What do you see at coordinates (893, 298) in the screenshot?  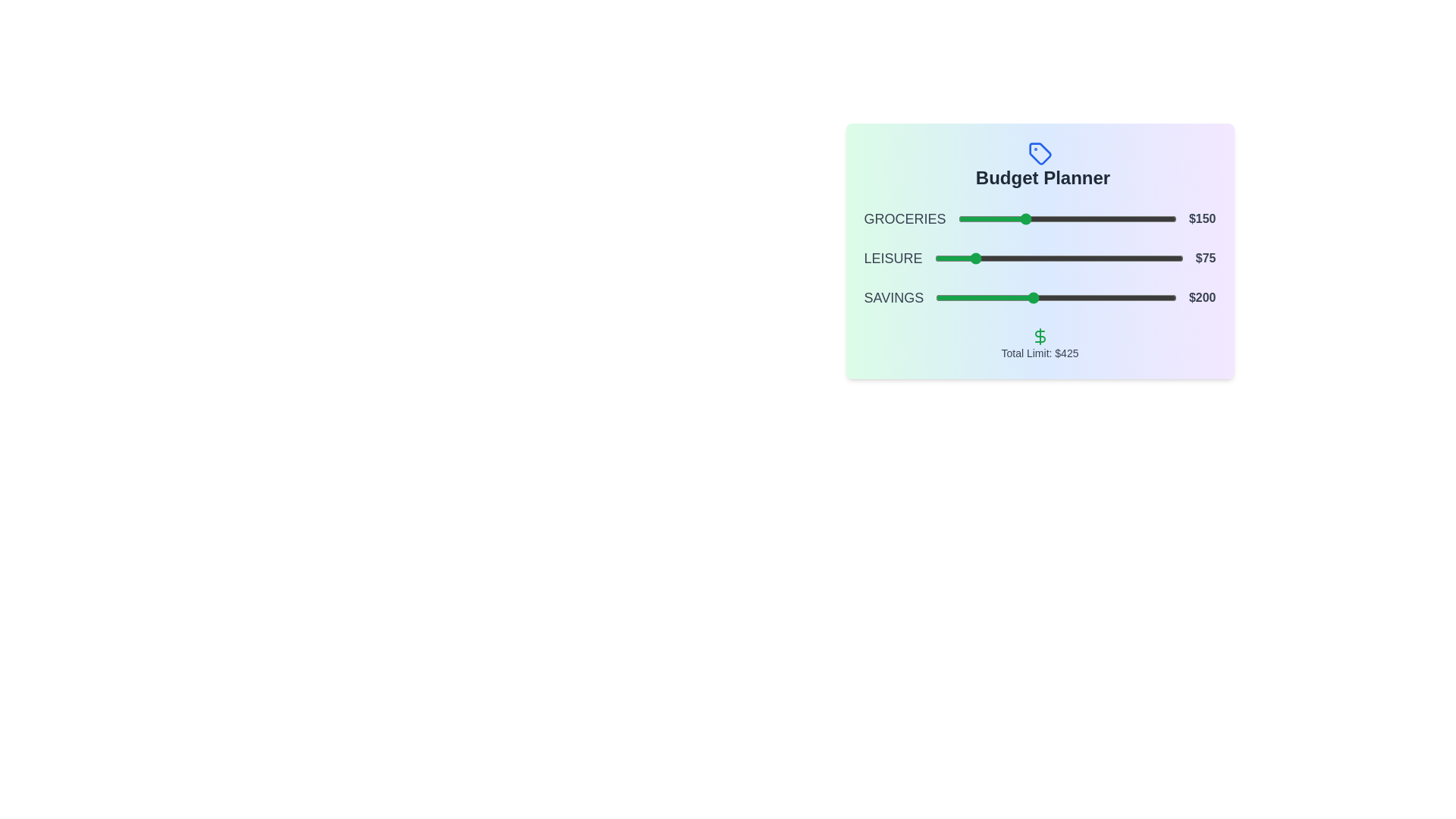 I see `the category name savings to display additional details` at bounding box center [893, 298].